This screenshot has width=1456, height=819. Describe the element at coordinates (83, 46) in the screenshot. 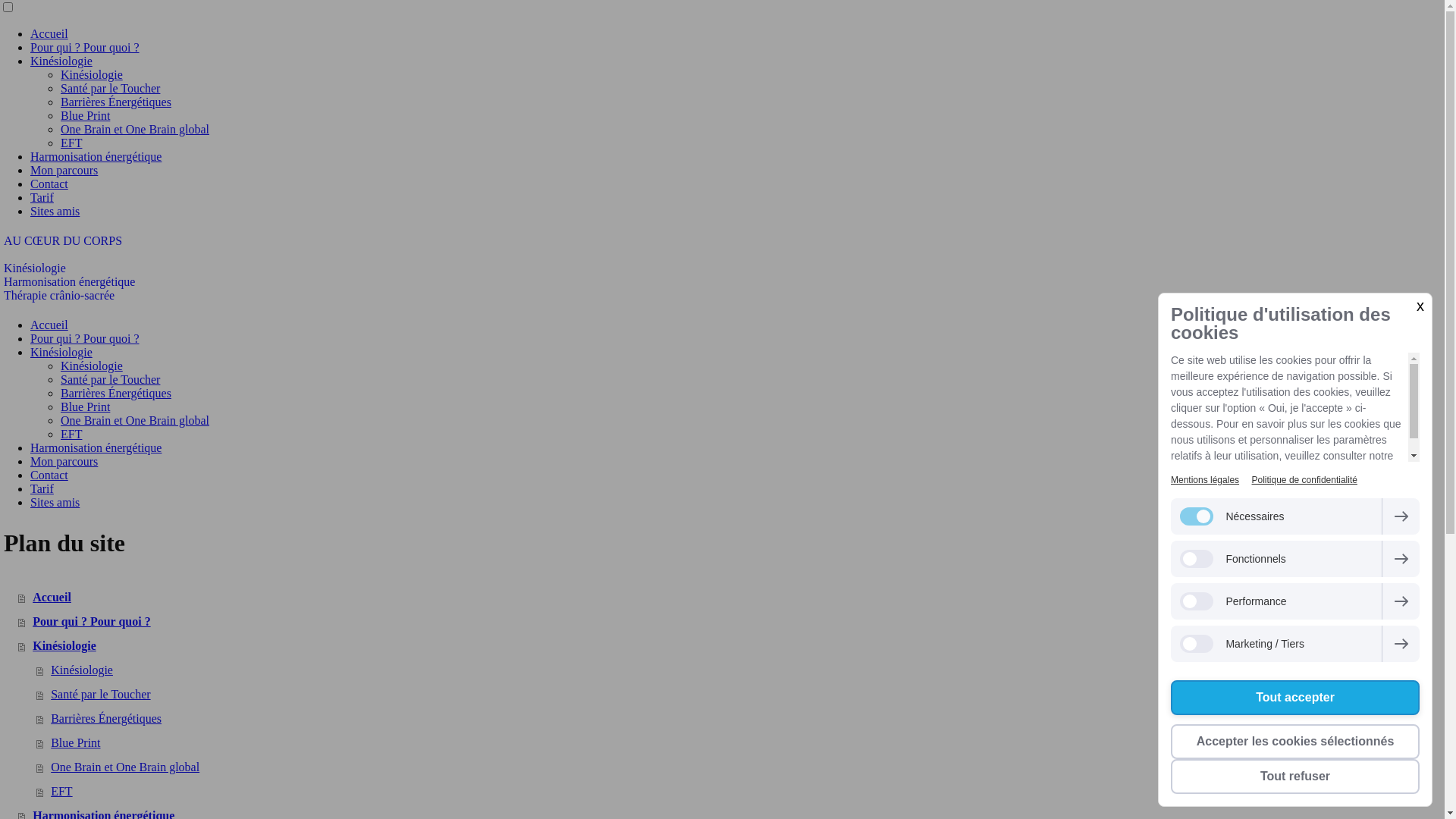

I see `'Pour qui ? Pour quoi ?'` at that location.